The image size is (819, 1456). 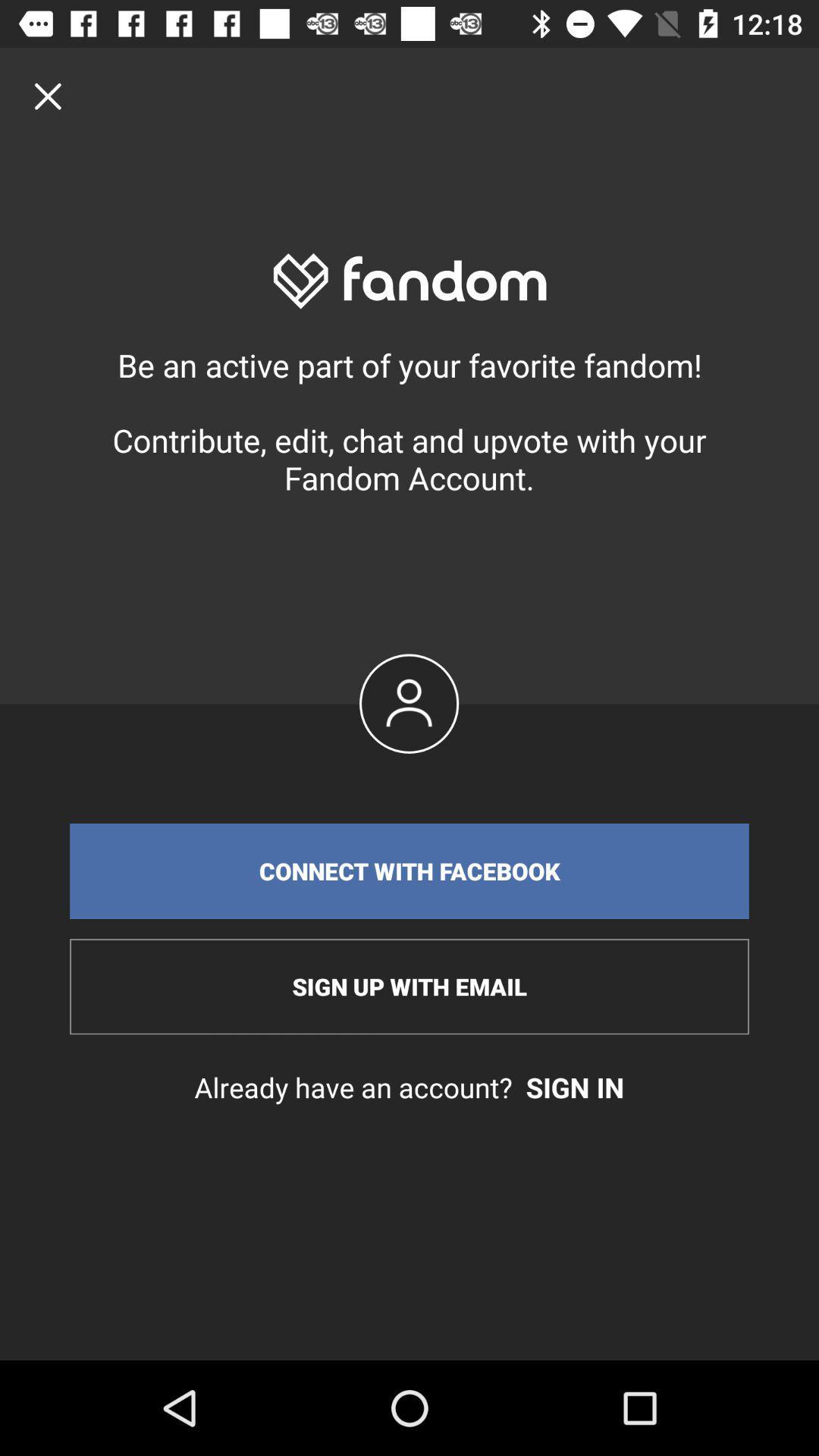 I want to click on the close icon, so click(x=47, y=95).